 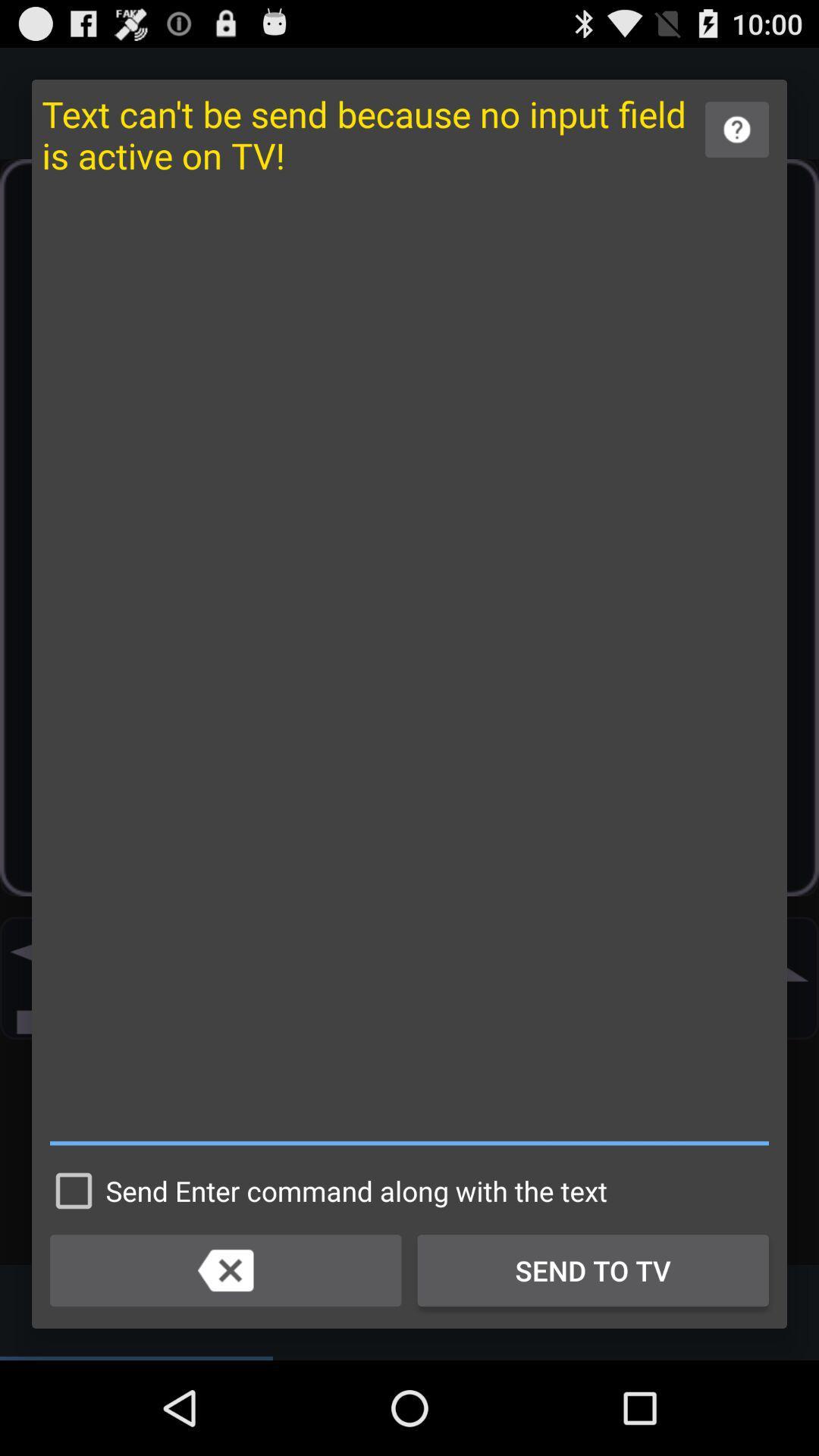 I want to click on the icon below the send enter command icon, so click(x=225, y=1270).